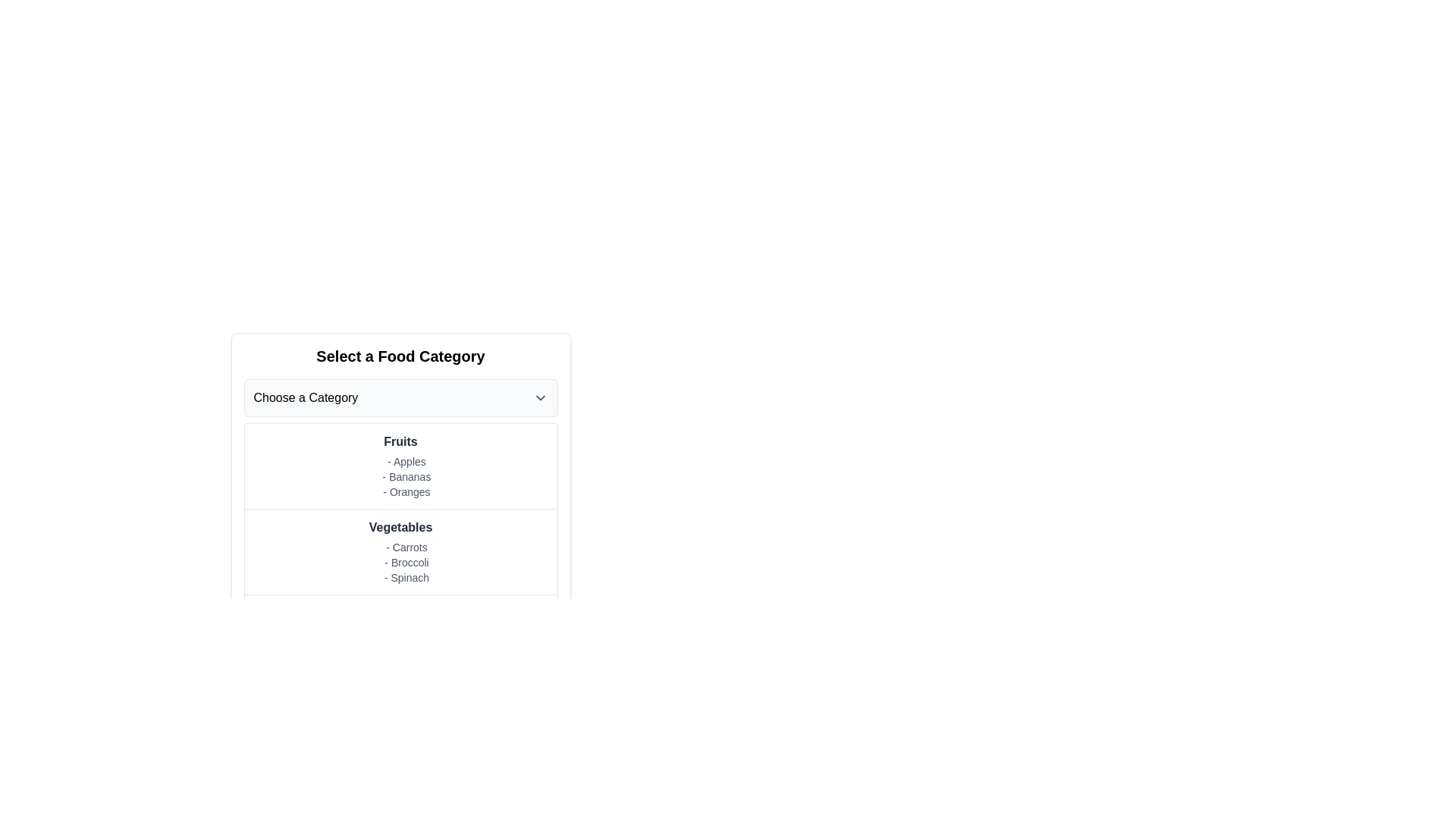 The width and height of the screenshot is (1456, 819). I want to click on the text label within the drop-down menu to interact with the menu and change the selection, so click(305, 397).